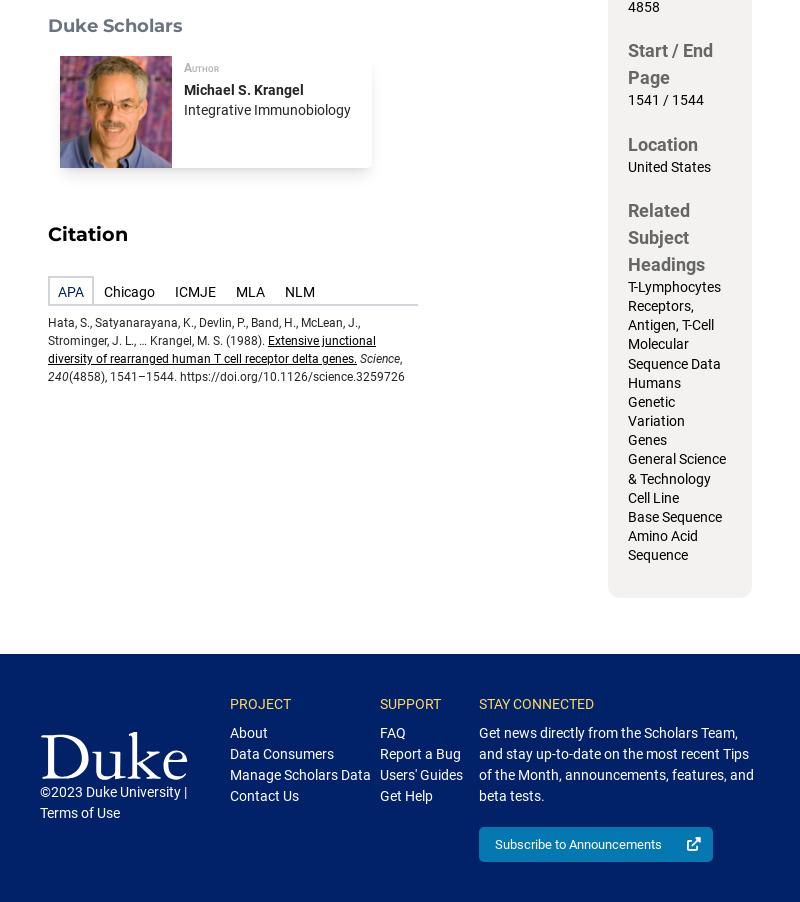 The image size is (800, 902). What do you see at coordinates (616, 762) in the screenshot?
I see `'Get news directly from the Scholars Team,
              and stay up-to-date on the most recent Tips of the Month,
              announcements, features, and beta tests.'` at bounding box center [616, 762].